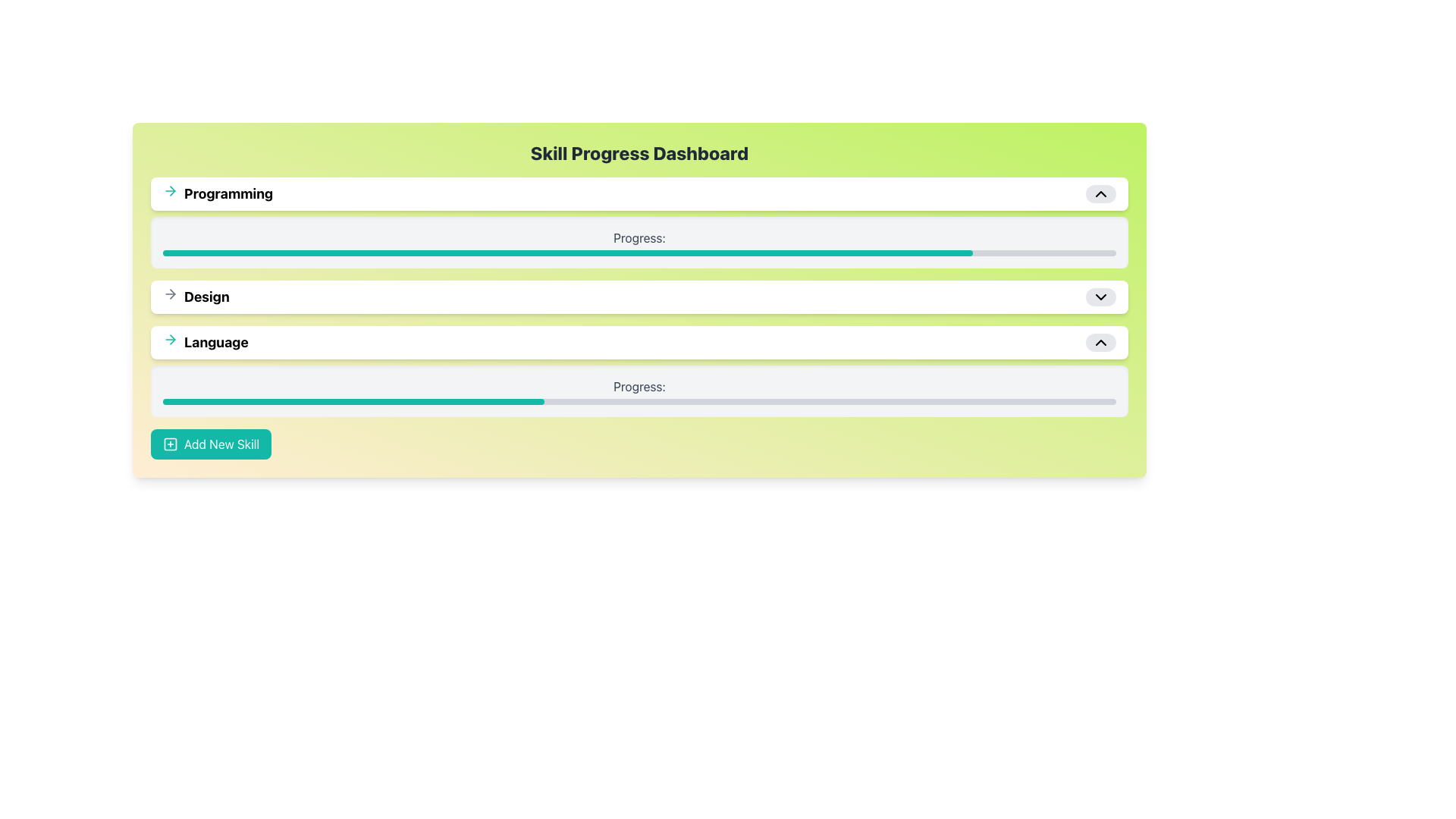  What do you see at coordinates (206, 297) in the screenshot?
I see `the 'Design' skill category label located in the Skill Progress Dashboard, which is the second item in the vertical list of skill categories` at bounding box center [206, 297].